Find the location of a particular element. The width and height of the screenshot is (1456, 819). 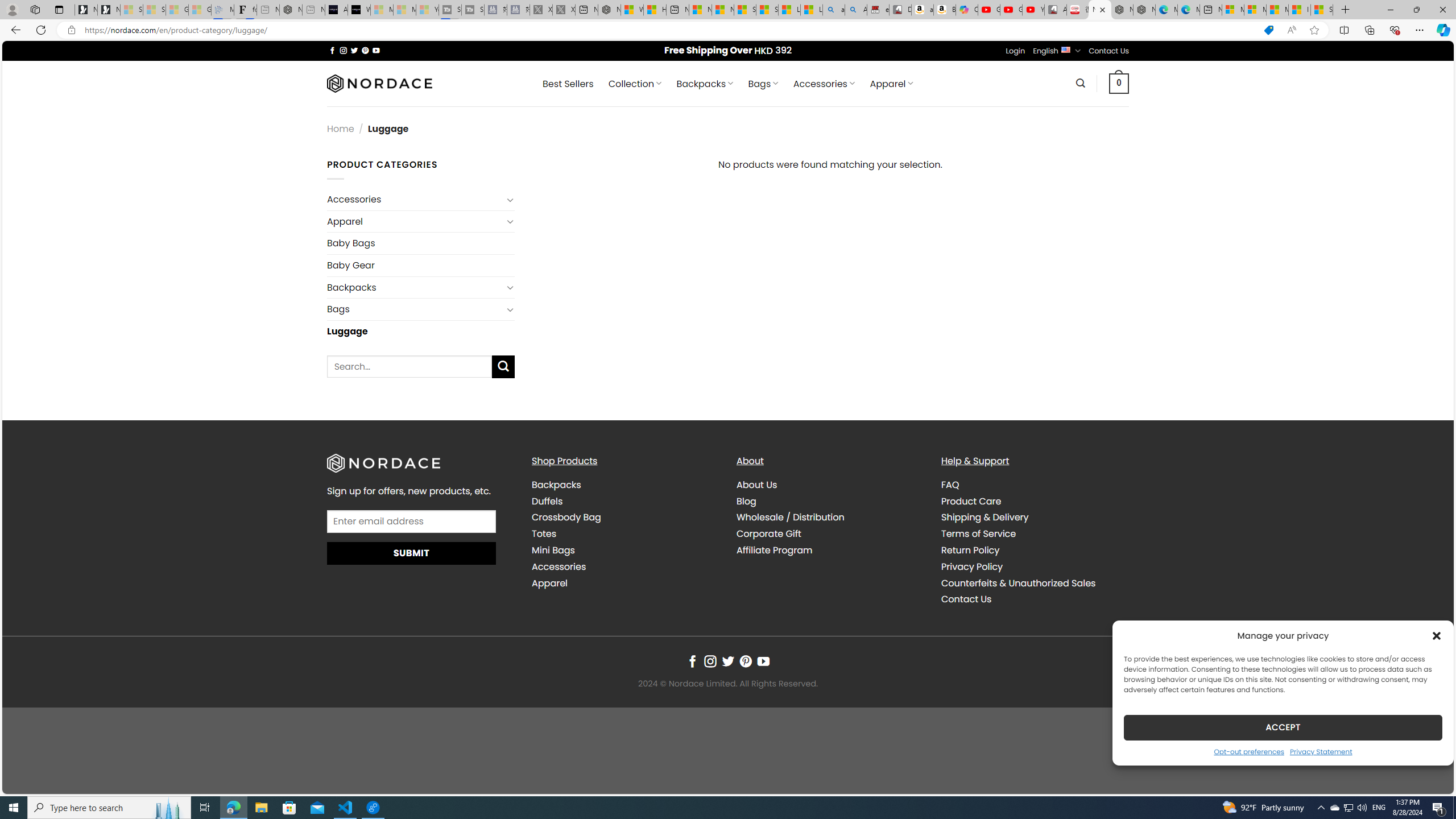

'Affiliate Program' is located at coordinates (830, 549).